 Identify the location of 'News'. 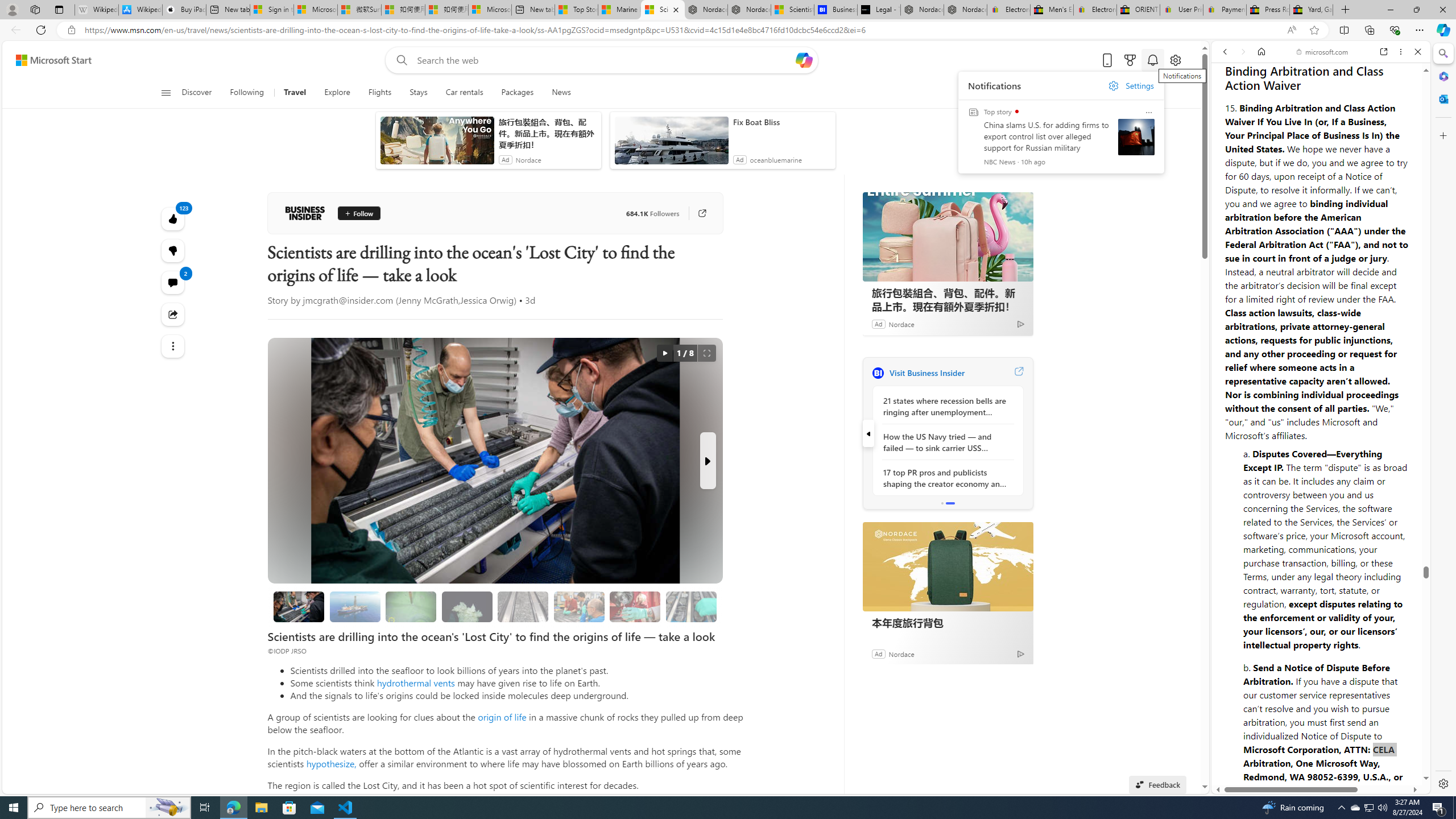
(561, 92).